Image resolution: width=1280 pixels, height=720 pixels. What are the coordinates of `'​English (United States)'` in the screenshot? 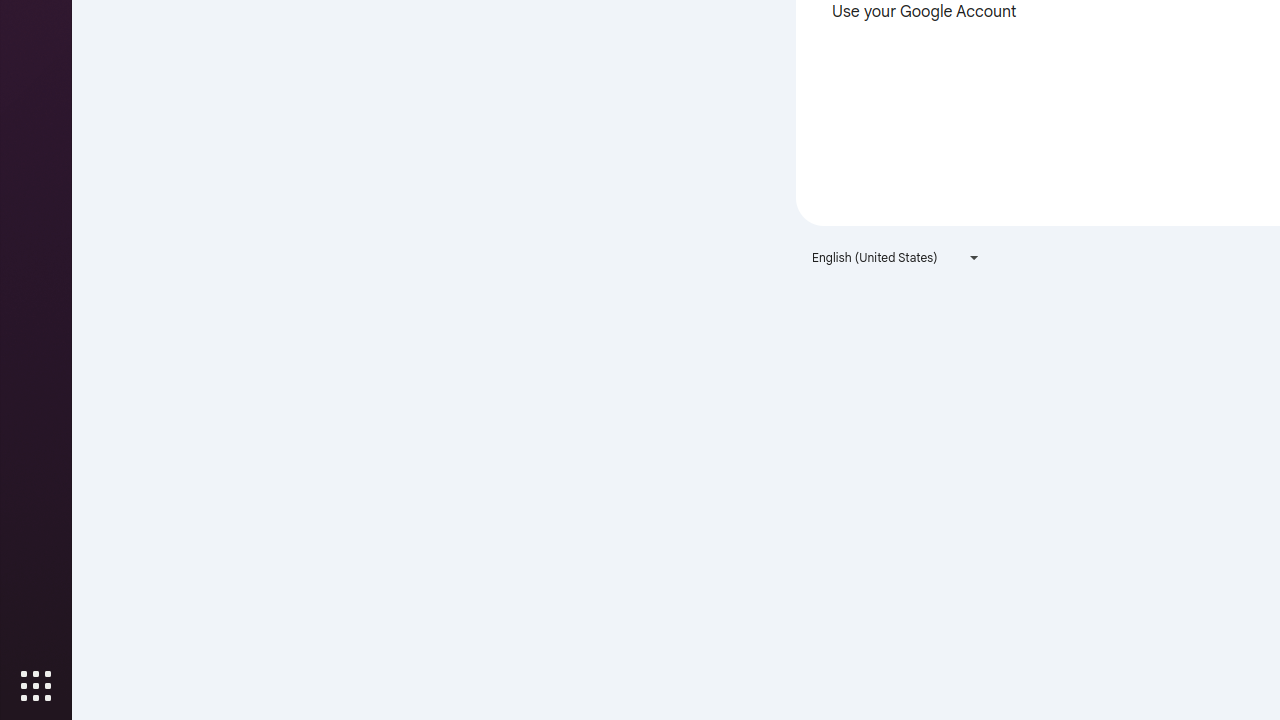 It's located at (895, 256).